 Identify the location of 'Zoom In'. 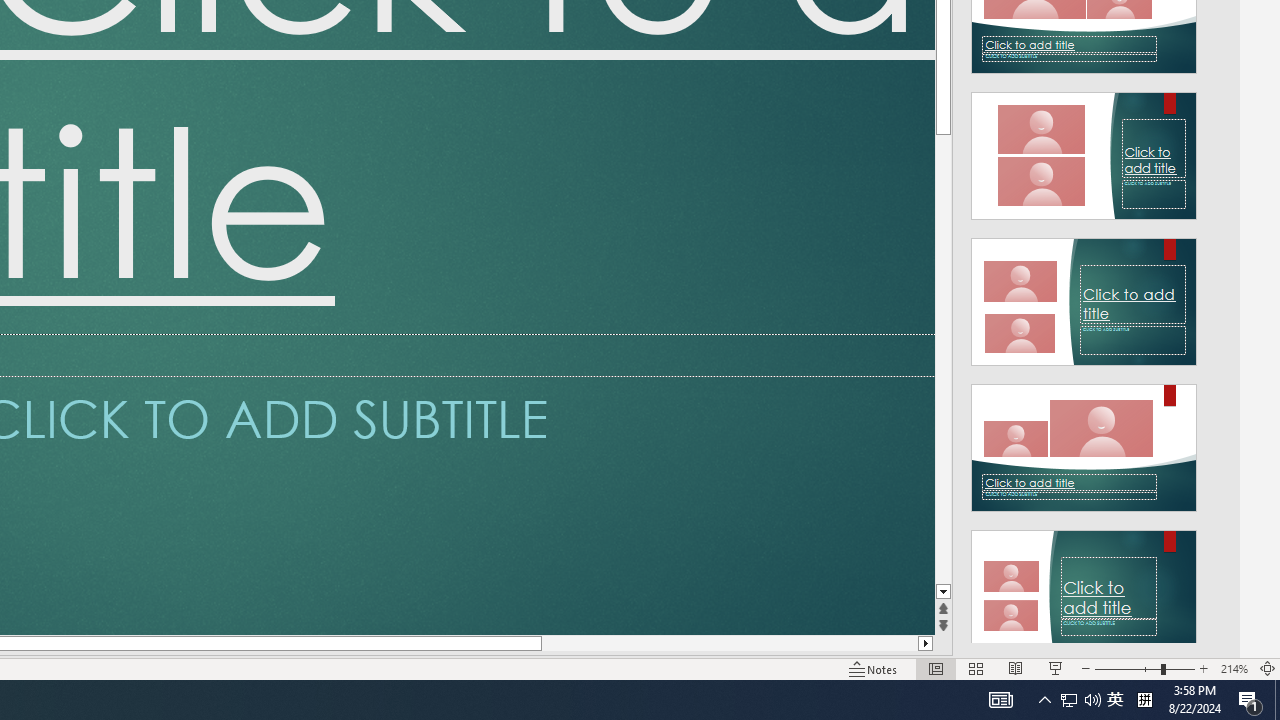
(1203, 669).